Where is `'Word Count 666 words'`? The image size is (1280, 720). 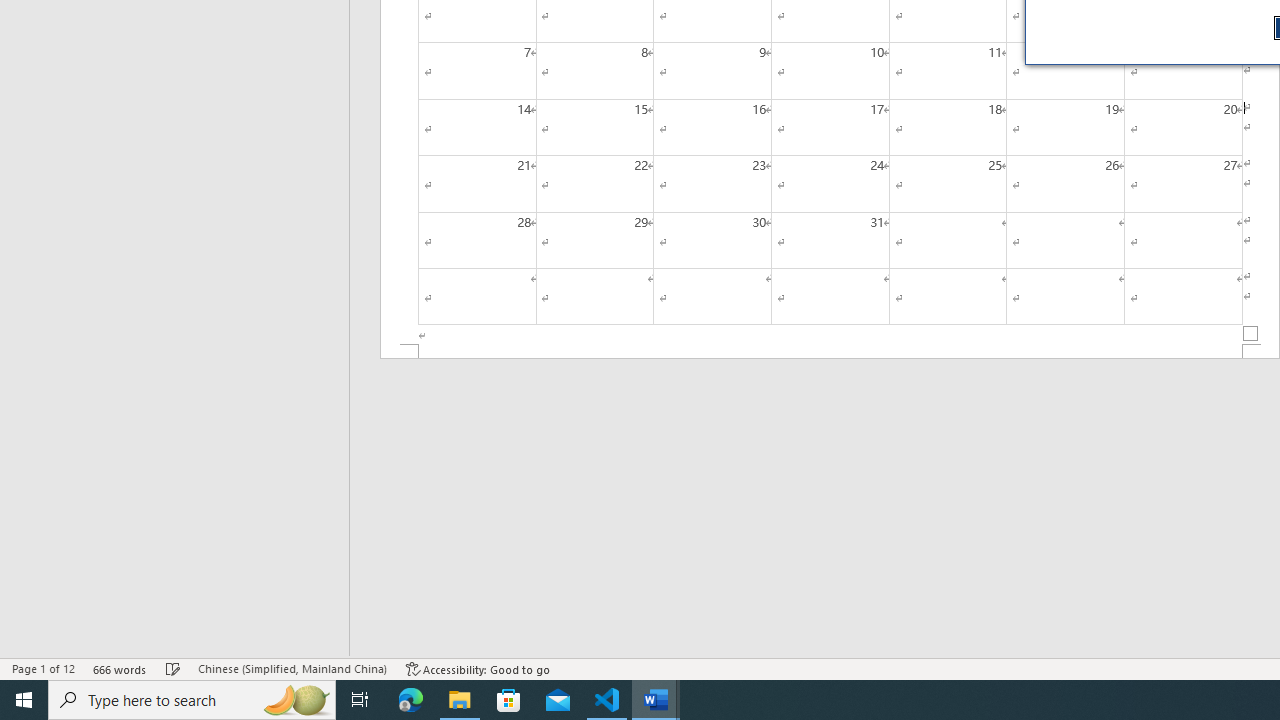
'Word Count 666 words' is located at coordinates (119, 669).